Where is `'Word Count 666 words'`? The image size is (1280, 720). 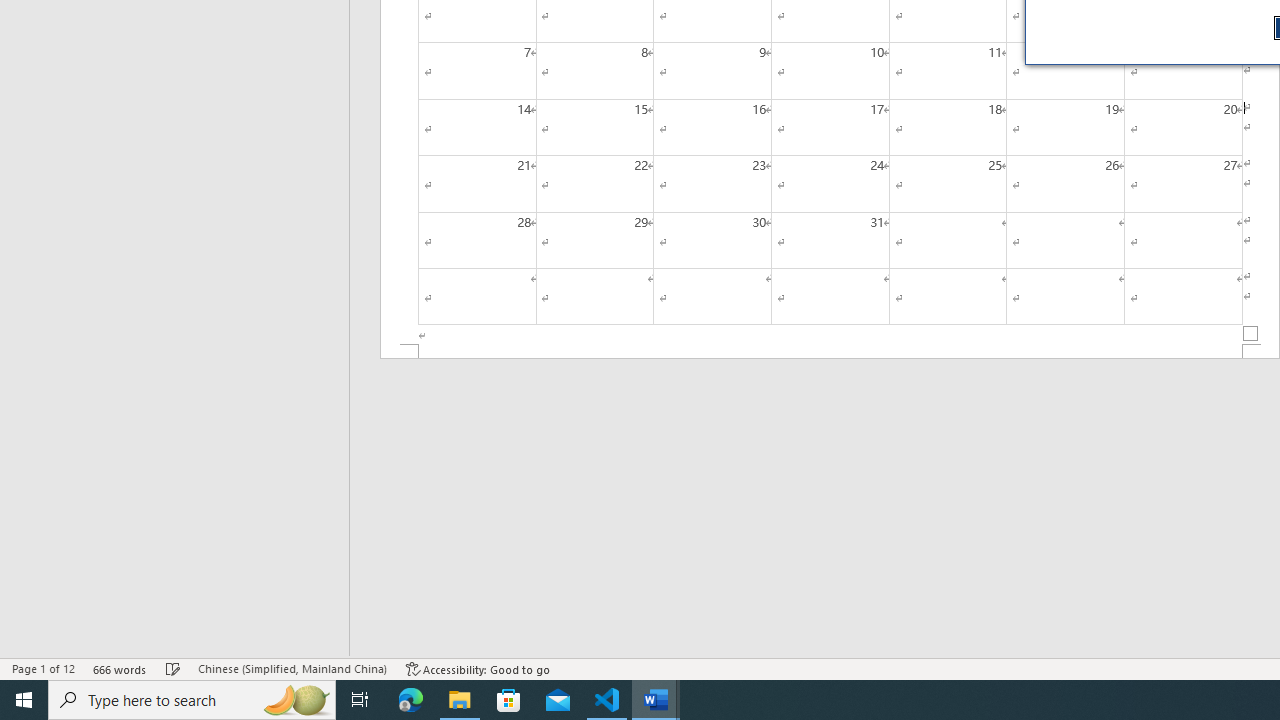
'Word Count 666 words' is located at coordinates (119, 669).